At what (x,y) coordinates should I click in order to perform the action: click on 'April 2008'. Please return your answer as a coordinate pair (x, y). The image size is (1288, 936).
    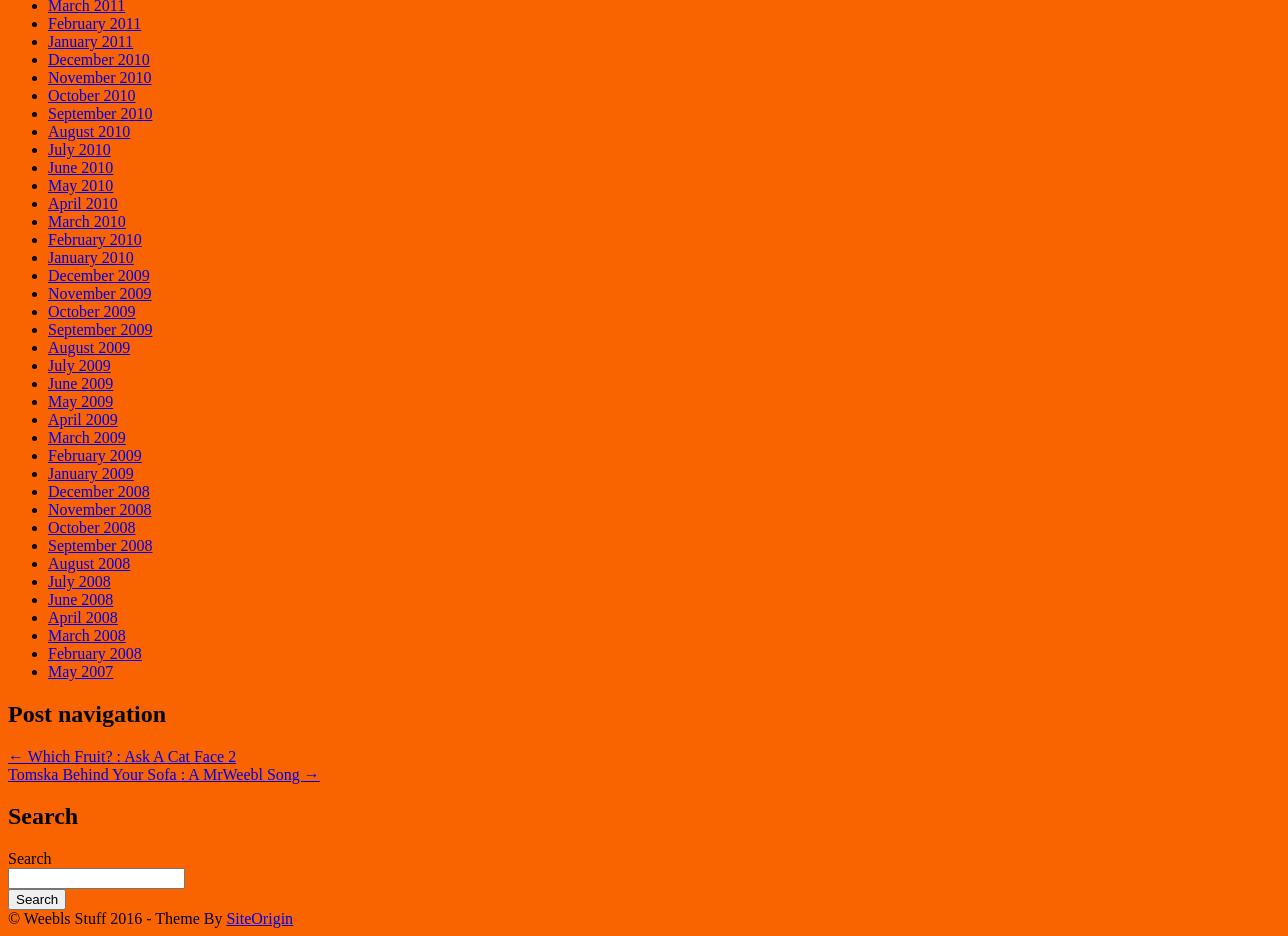
    Looking at the image, I should click on (82, 616).